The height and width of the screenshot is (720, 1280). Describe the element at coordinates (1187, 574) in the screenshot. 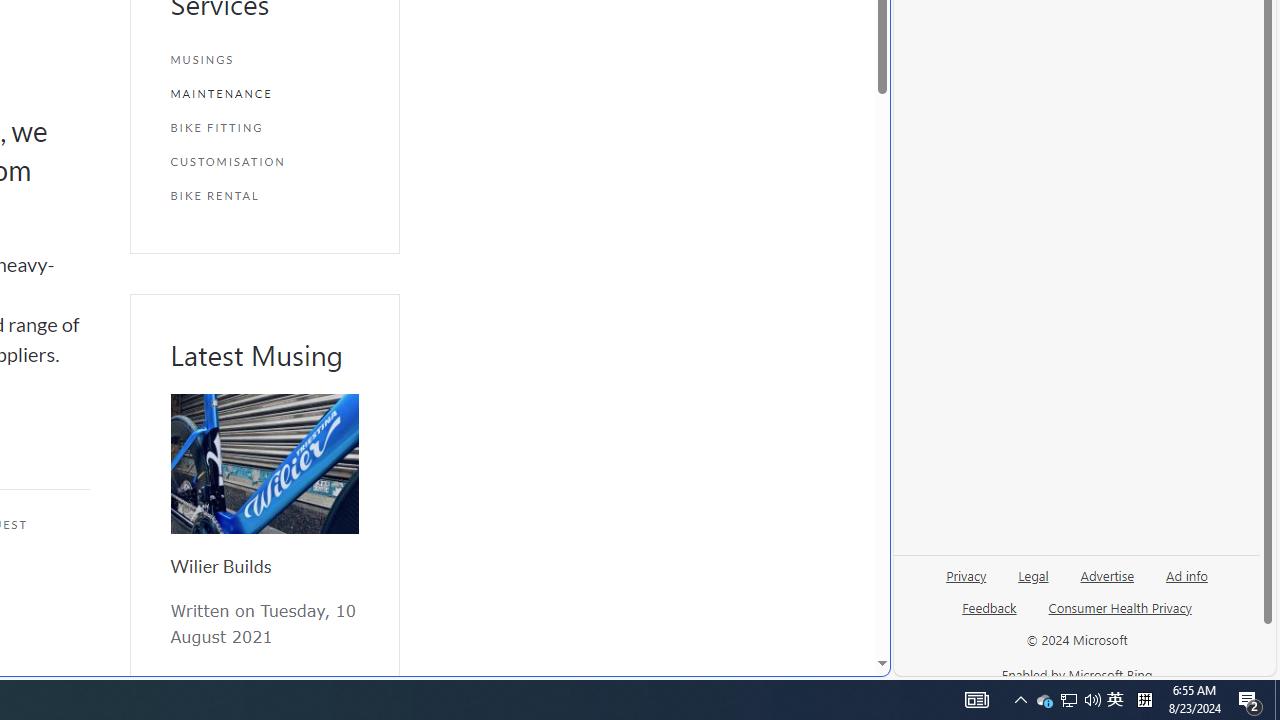

I see `'Ad info'` at that location.